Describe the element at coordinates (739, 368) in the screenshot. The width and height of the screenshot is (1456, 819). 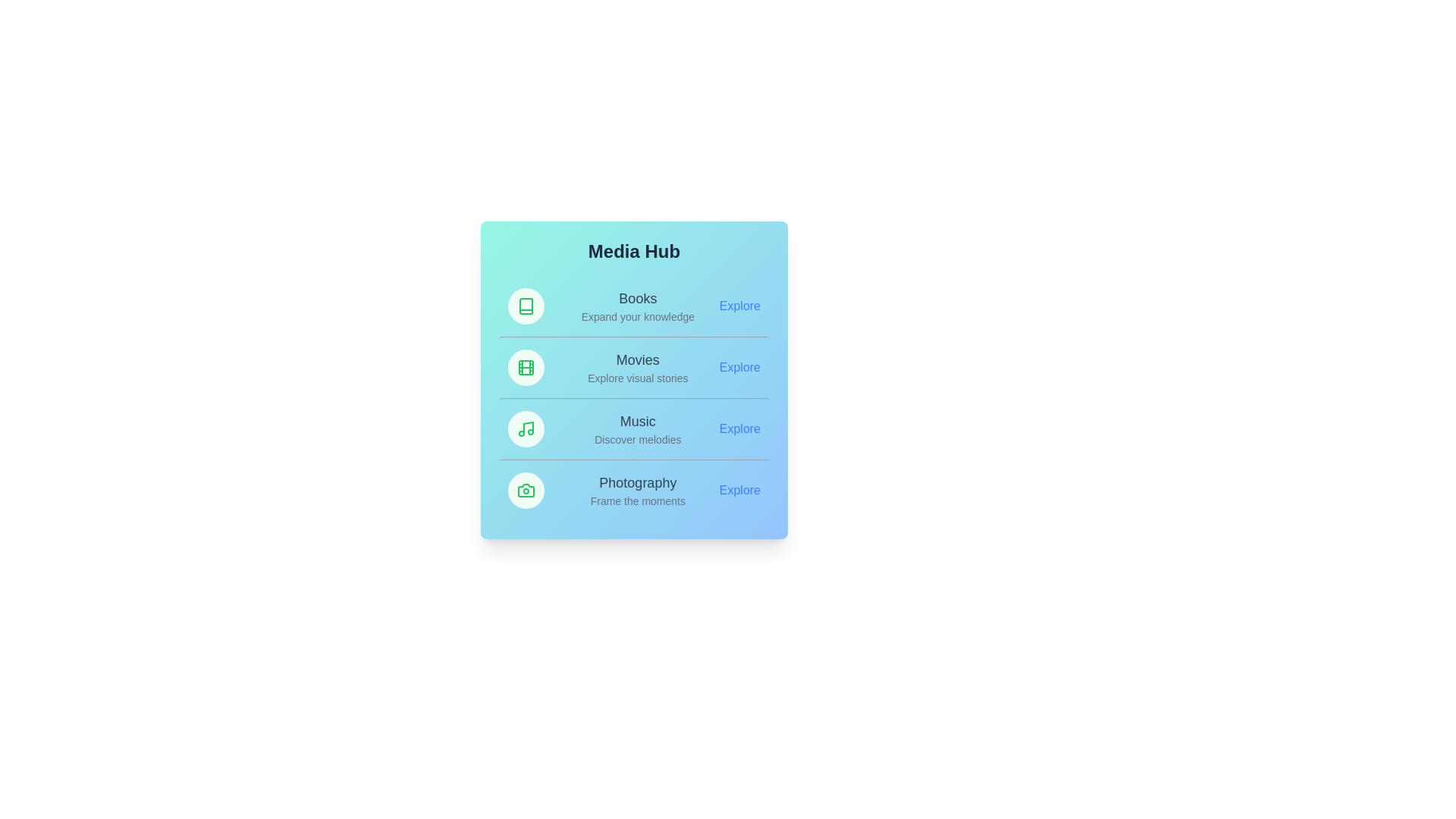
I see `the 'Explore' link for the Movies category` at that location.